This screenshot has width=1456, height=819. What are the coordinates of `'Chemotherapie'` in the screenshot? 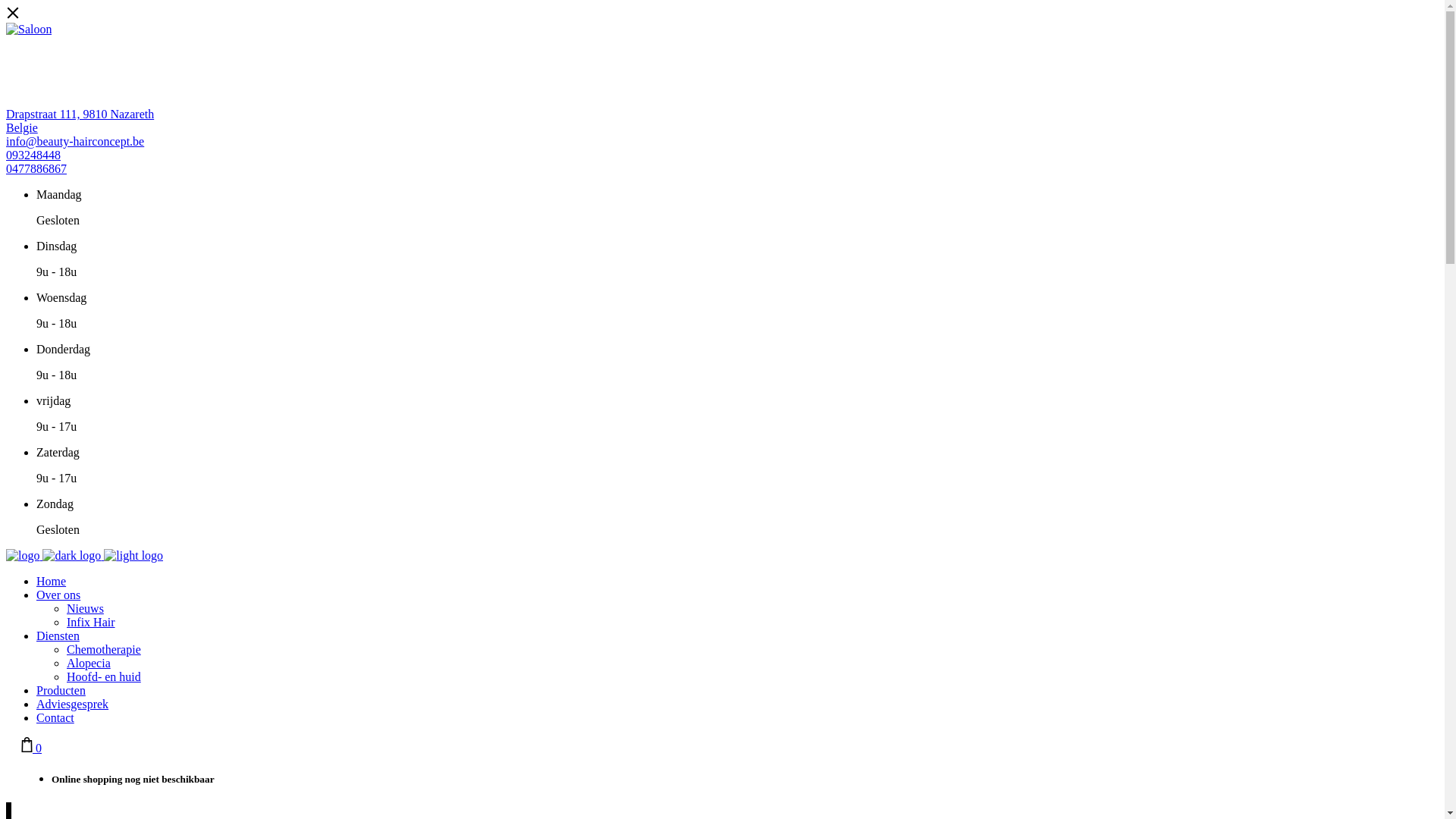 It's located at (65, 648).